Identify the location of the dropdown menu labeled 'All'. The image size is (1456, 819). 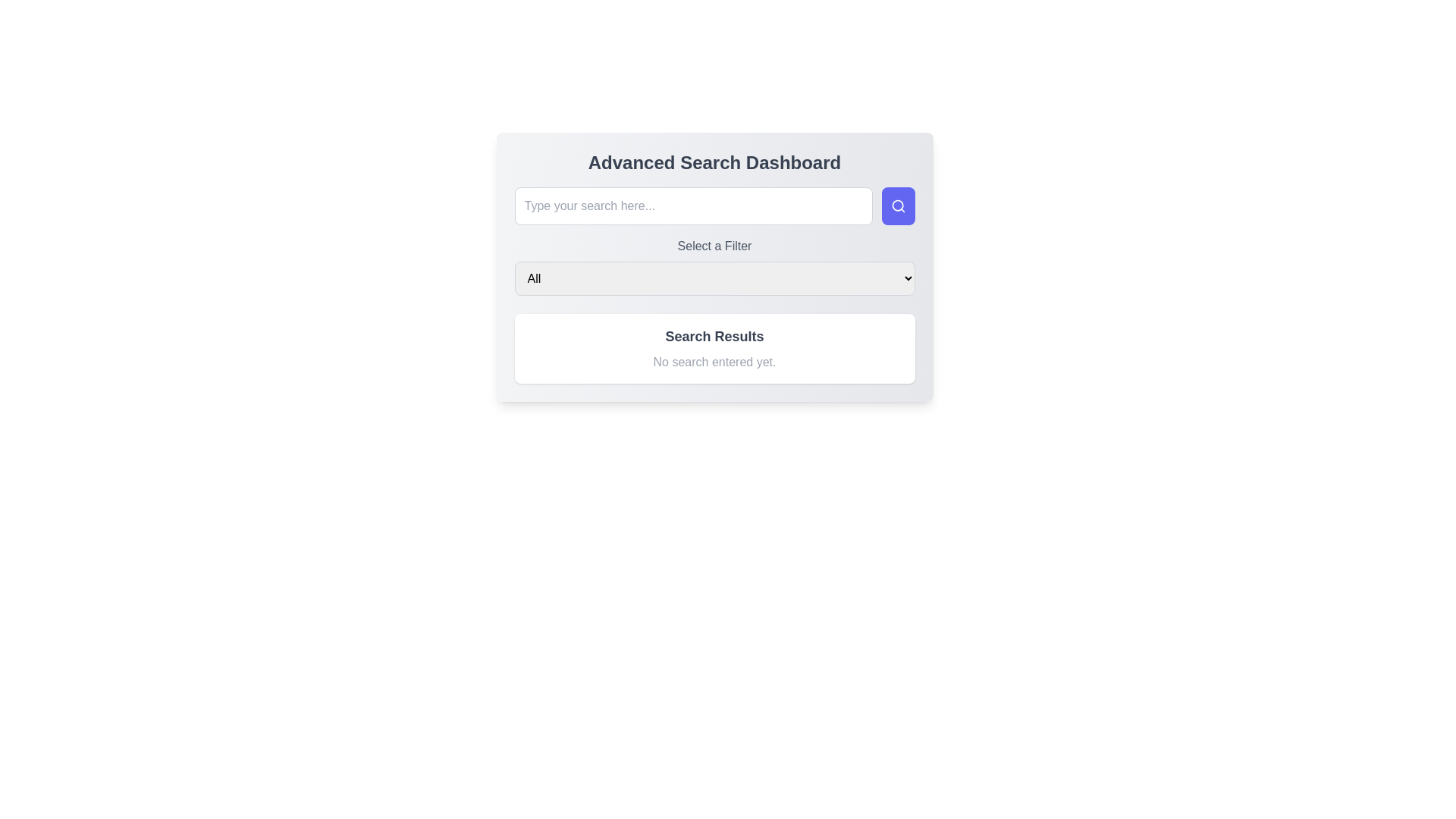
(714, 278).